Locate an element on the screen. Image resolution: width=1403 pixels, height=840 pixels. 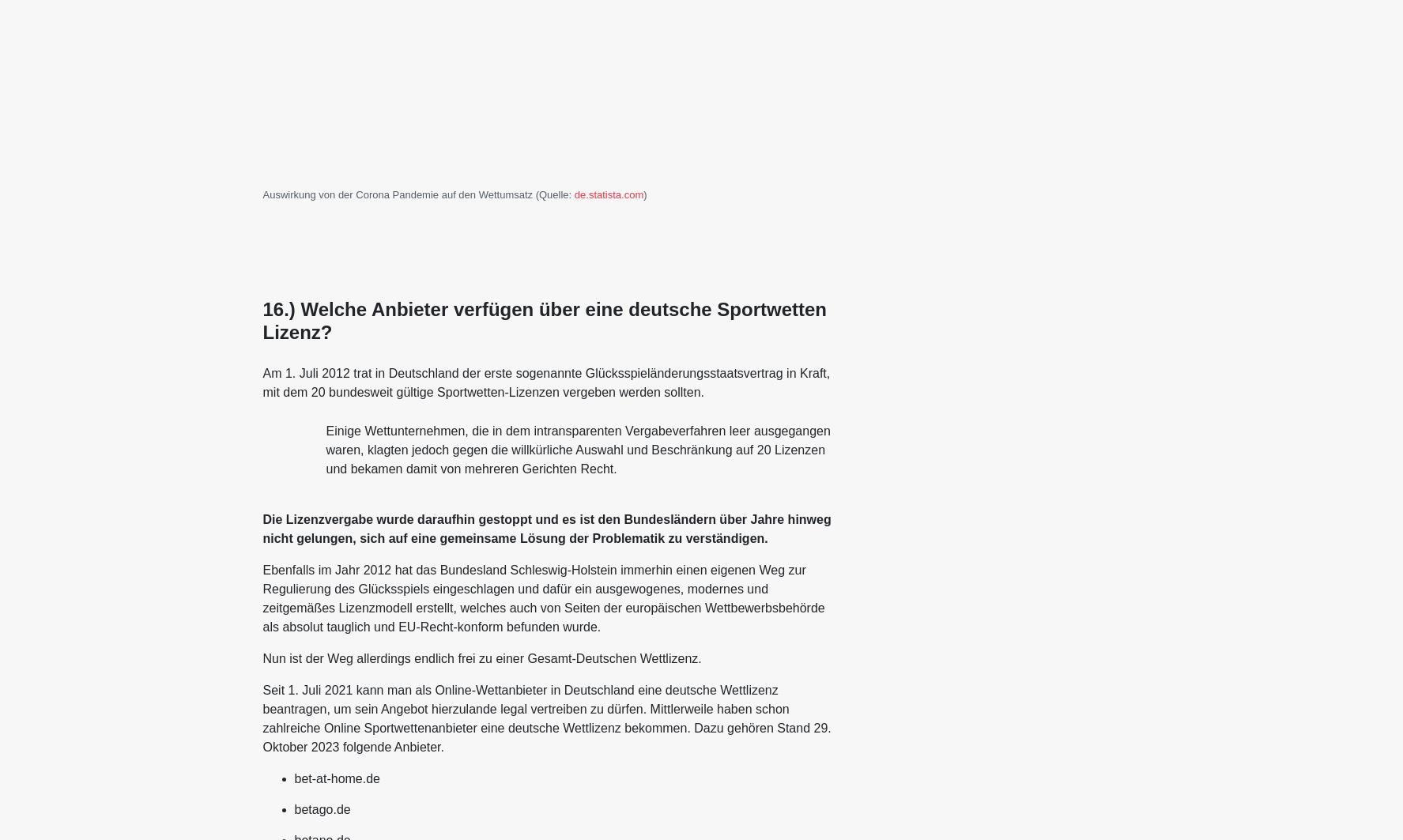
'Auswirkung von der Corona Pandemie auf den Wettumsatz (Quelle:' is located at coordinates (261, 194).